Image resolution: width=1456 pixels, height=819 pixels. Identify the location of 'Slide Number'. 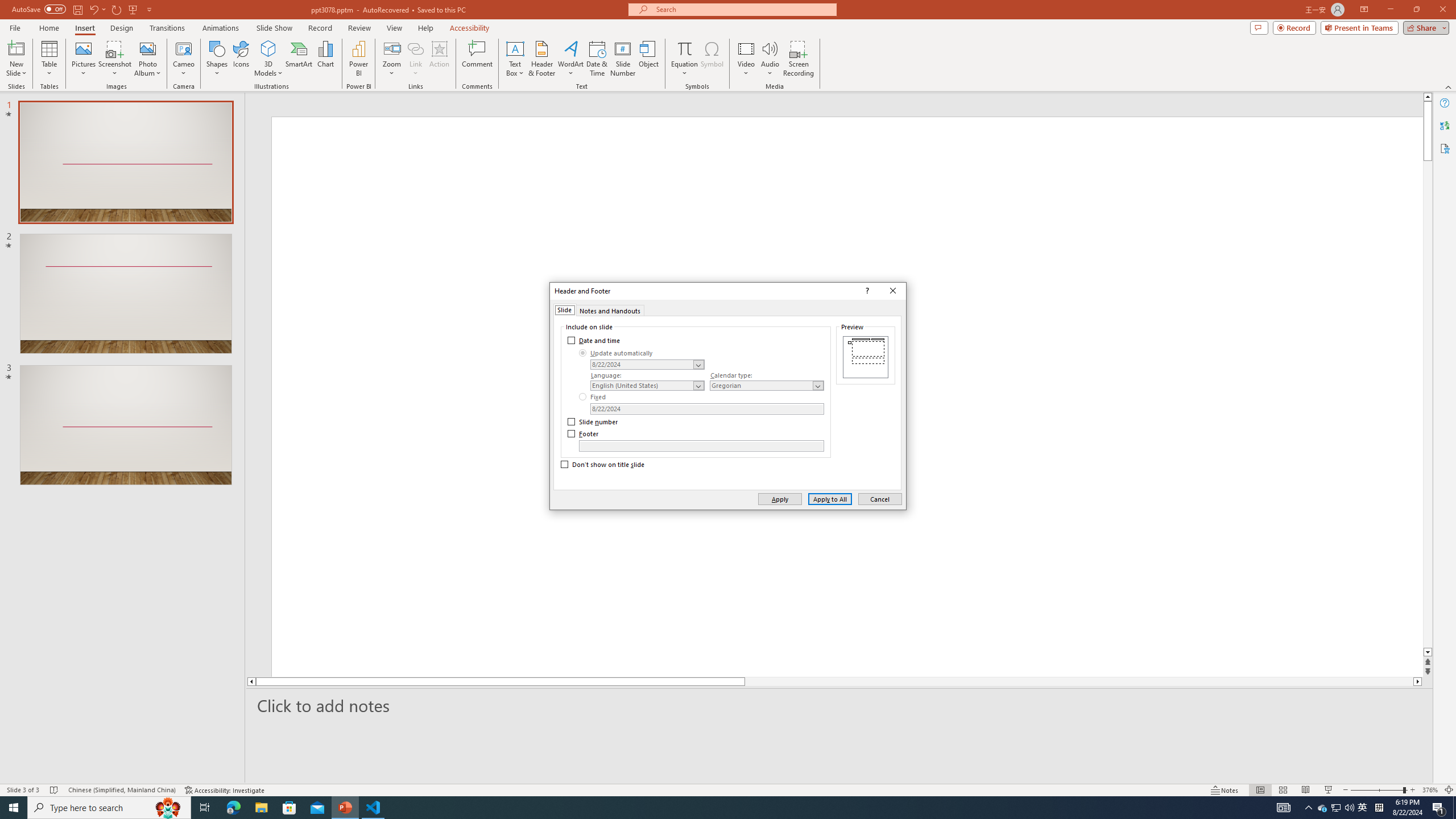
(622, 59).